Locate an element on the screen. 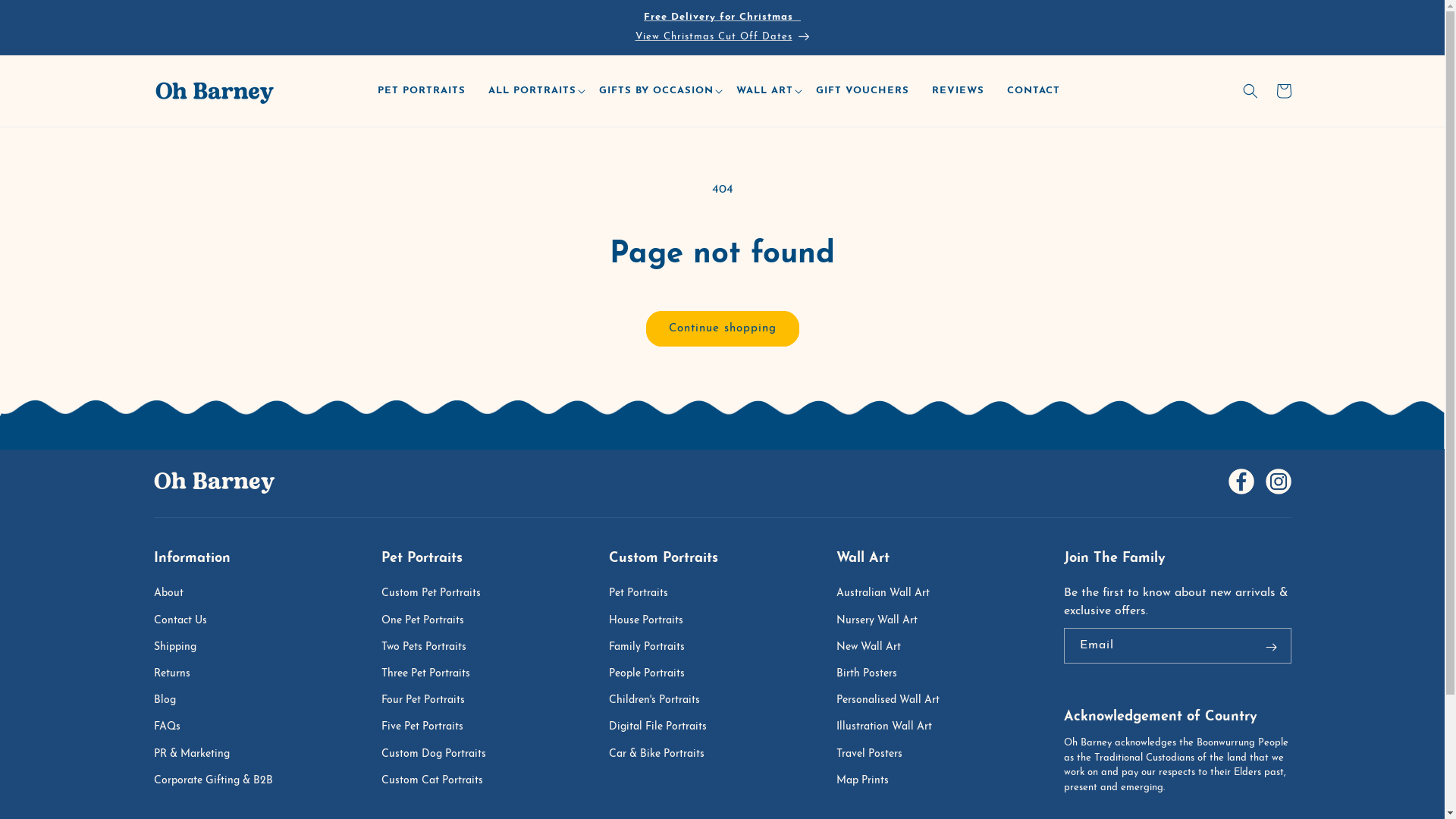 Image resolution: width=1456 pixels, height=819 pixels. 'Birth Posters' is located at coordinates (874, 673).